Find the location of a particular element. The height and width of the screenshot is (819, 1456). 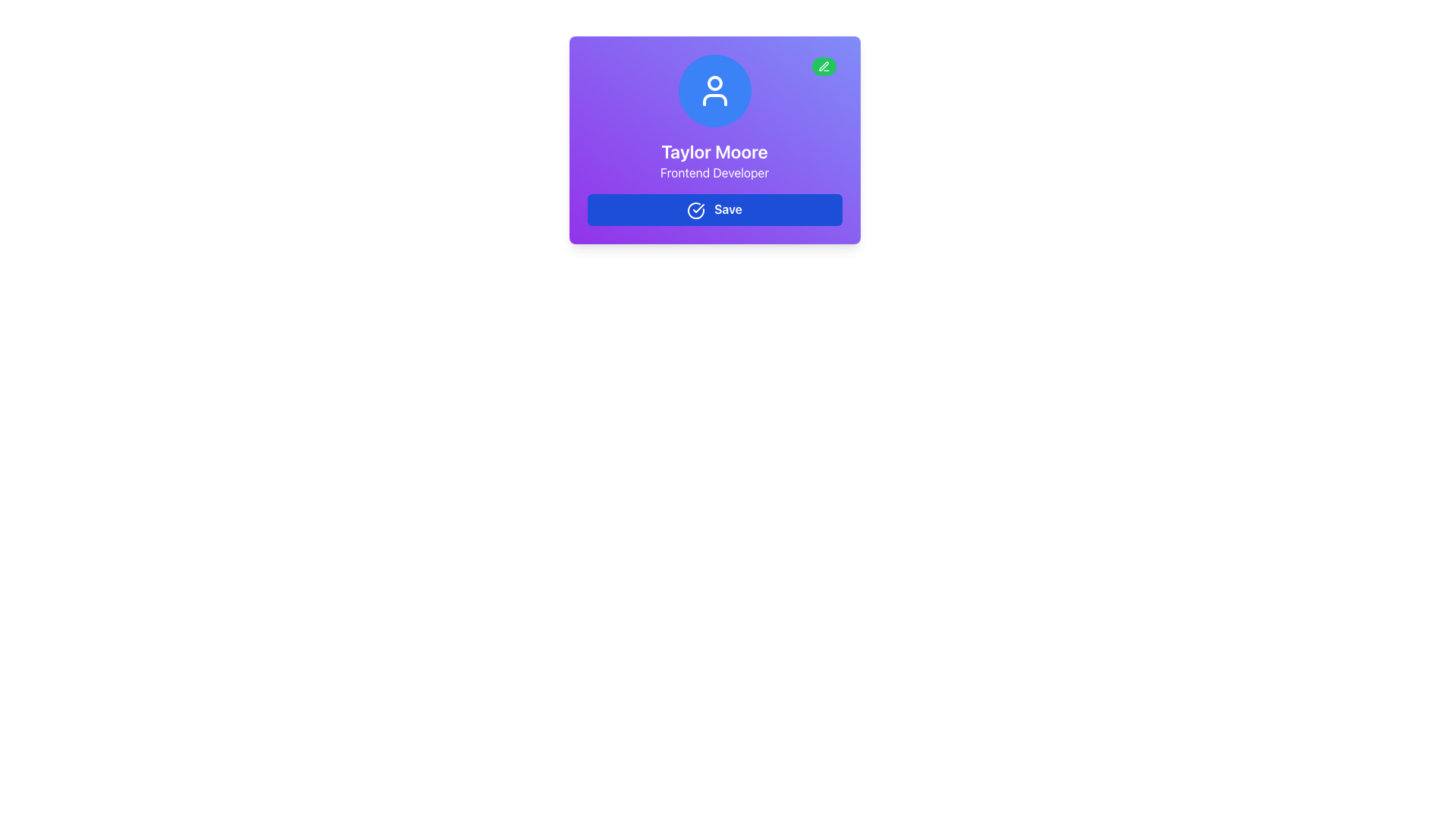

the minimalistic green pen icon located in the top right corner of the user profile card to initiate edit functionality is located at coordinates (823, 66).